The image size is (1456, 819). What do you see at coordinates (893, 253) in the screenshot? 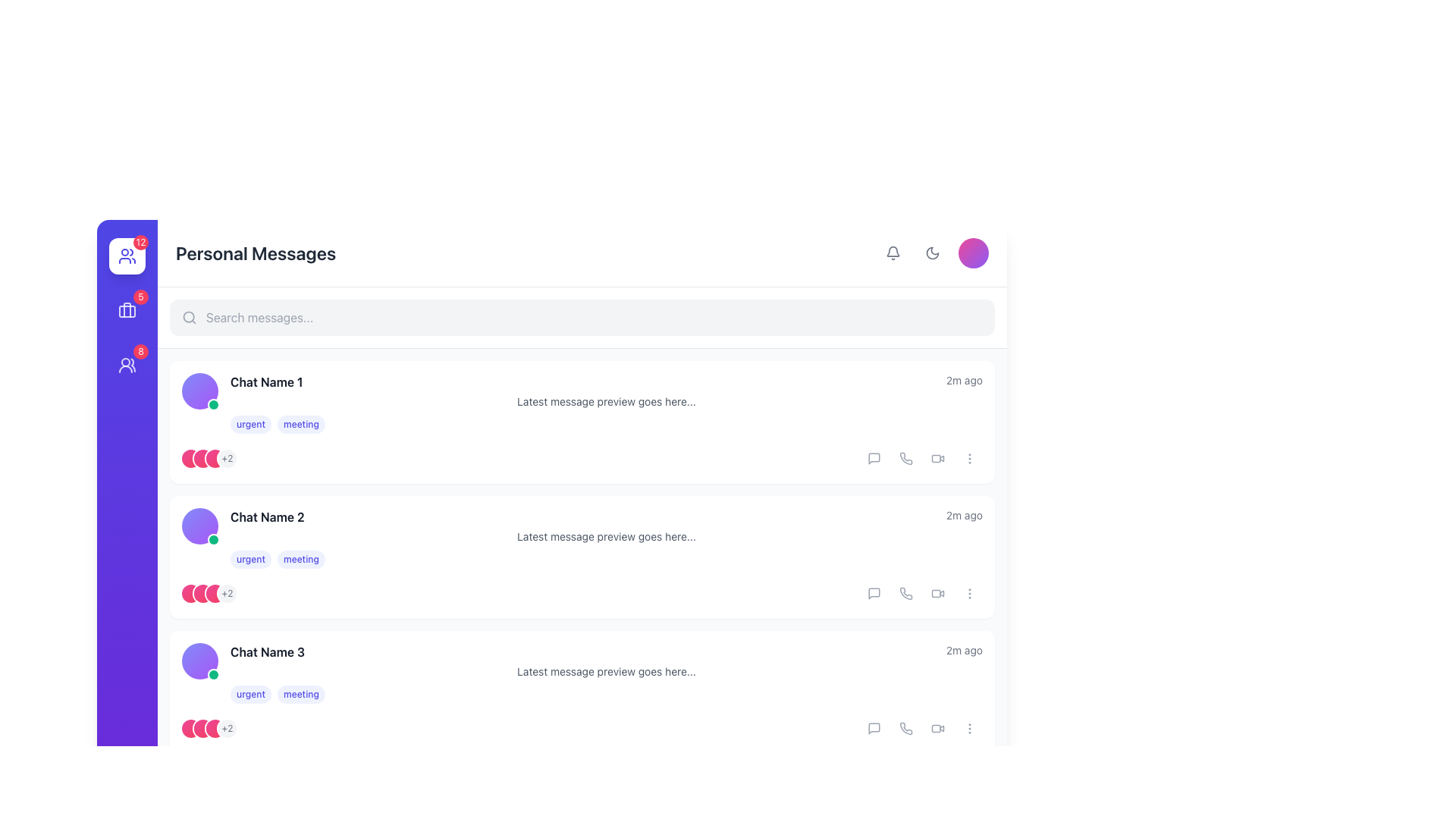
I see `the notification icon (bell) located in the top-right corner of the interface` at bounding box center [893, 253].